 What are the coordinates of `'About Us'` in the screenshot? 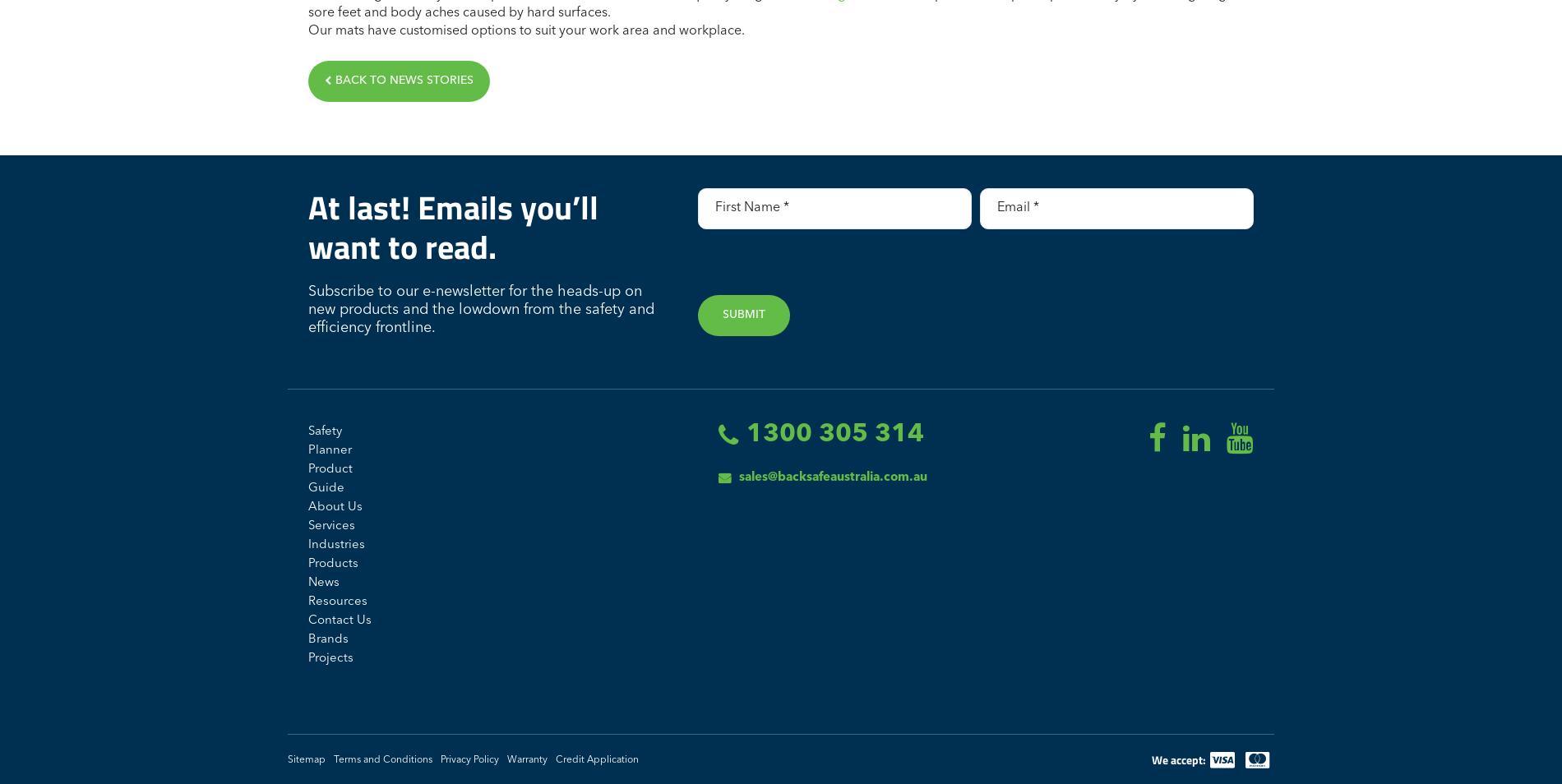 It's located at (334, 505).